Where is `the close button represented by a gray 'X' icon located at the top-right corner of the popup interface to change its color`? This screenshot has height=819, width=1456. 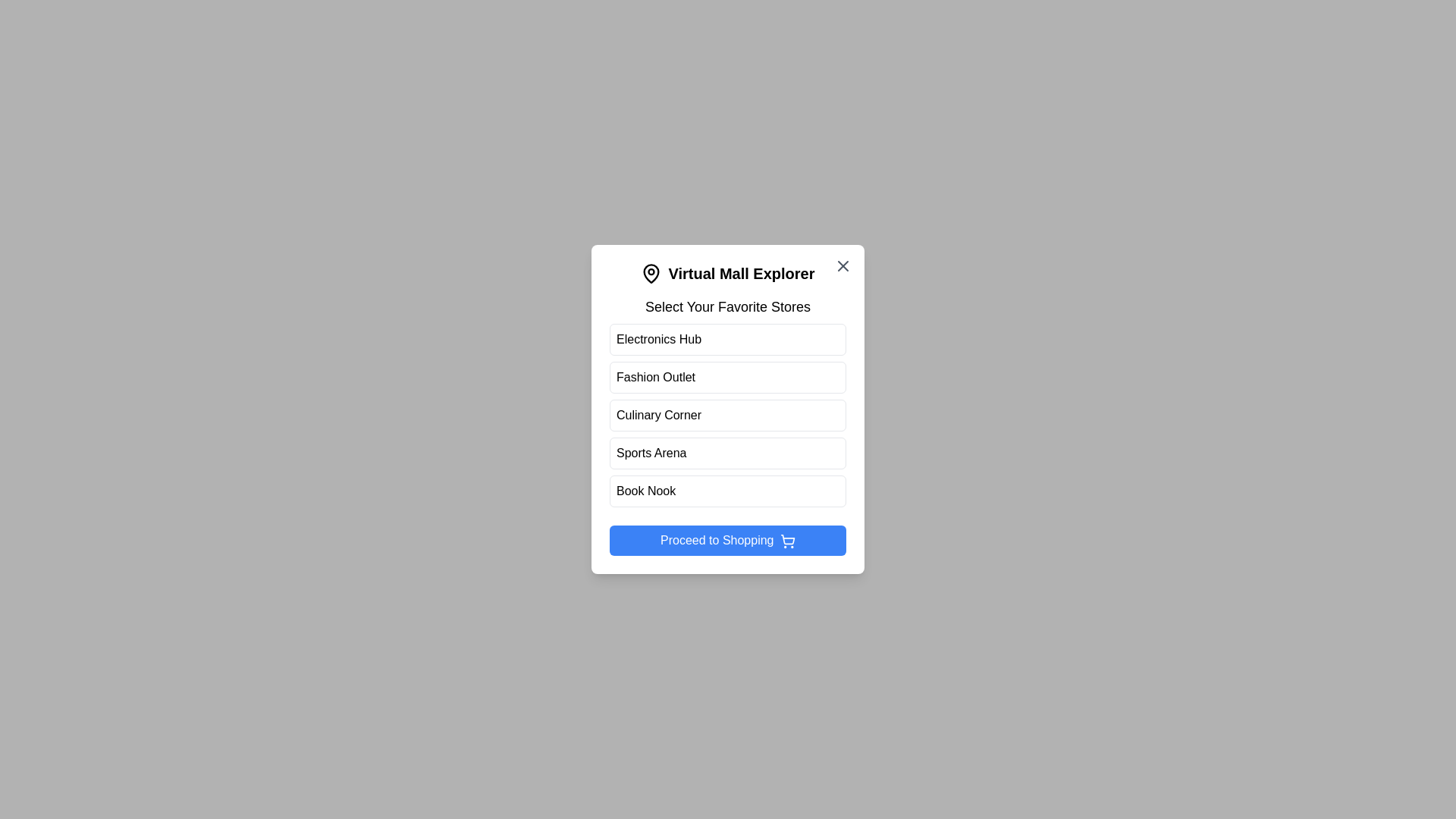
the close button represented by a gray 'X' icon located at the top-right corner of the popup interface to change its color is located at coordinates (843, 265).